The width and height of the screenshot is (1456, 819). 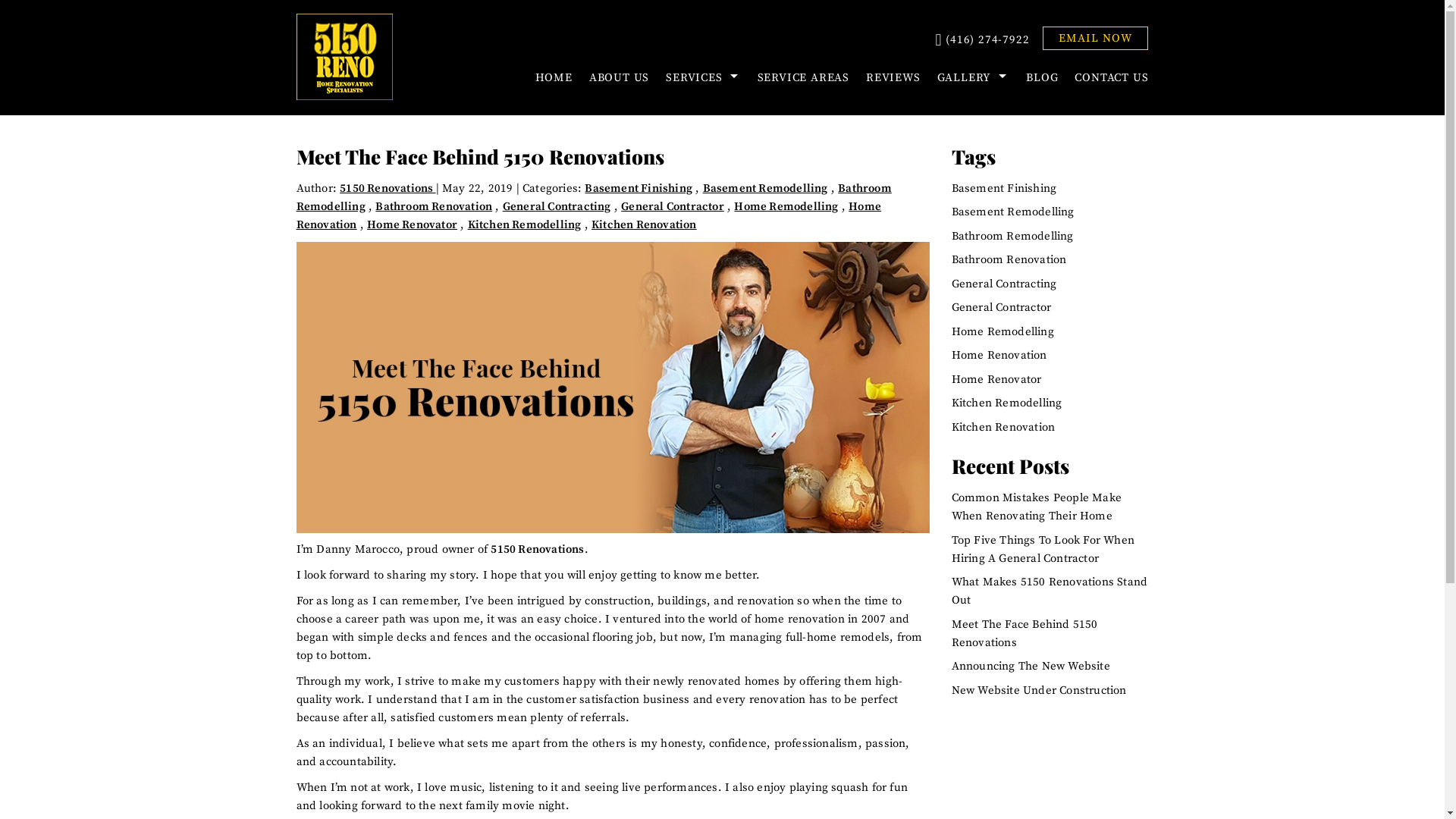 What do you see at coordinates (1041, 37) in the screenshot?
I see `'EMAIL NOW'` at bounding box center [1041, 37].